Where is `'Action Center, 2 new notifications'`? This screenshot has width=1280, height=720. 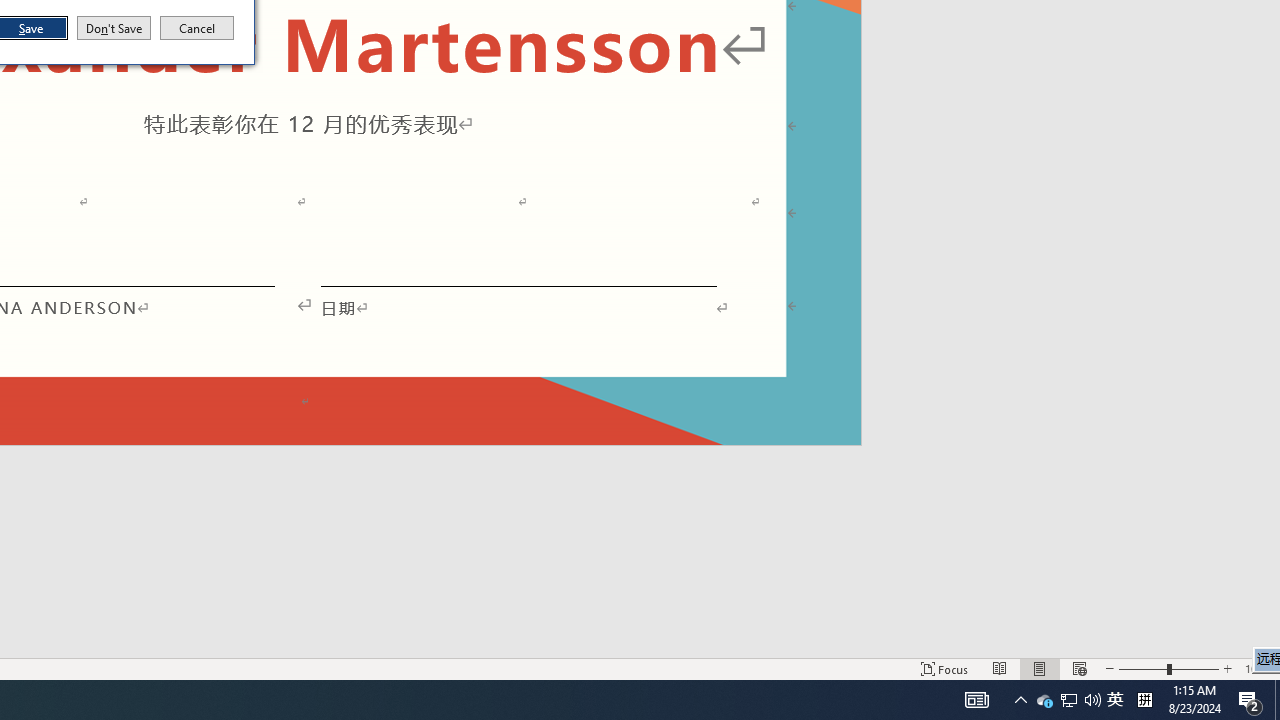
'Action Center, 2 new notifications' is located at coordinates (1250, 698).